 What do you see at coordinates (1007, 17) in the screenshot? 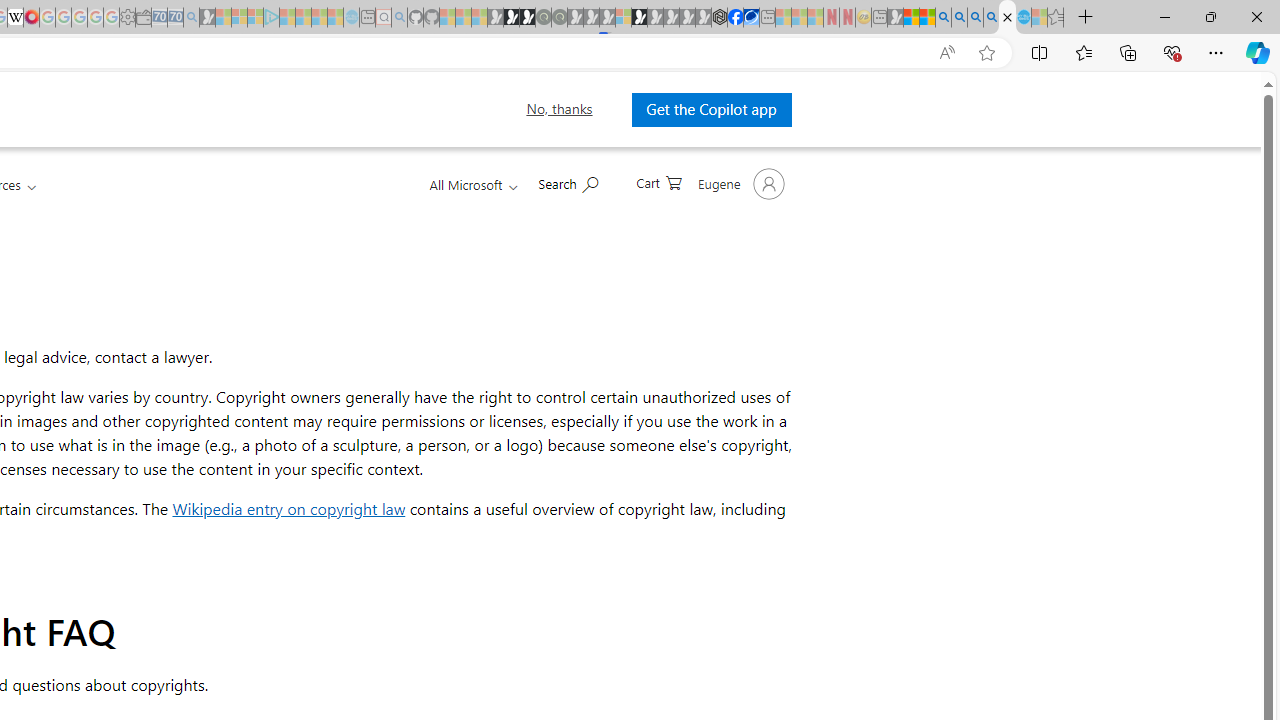
I see `'Copyrights | Microsoft Legal'` at bounding box center [1007, 17].